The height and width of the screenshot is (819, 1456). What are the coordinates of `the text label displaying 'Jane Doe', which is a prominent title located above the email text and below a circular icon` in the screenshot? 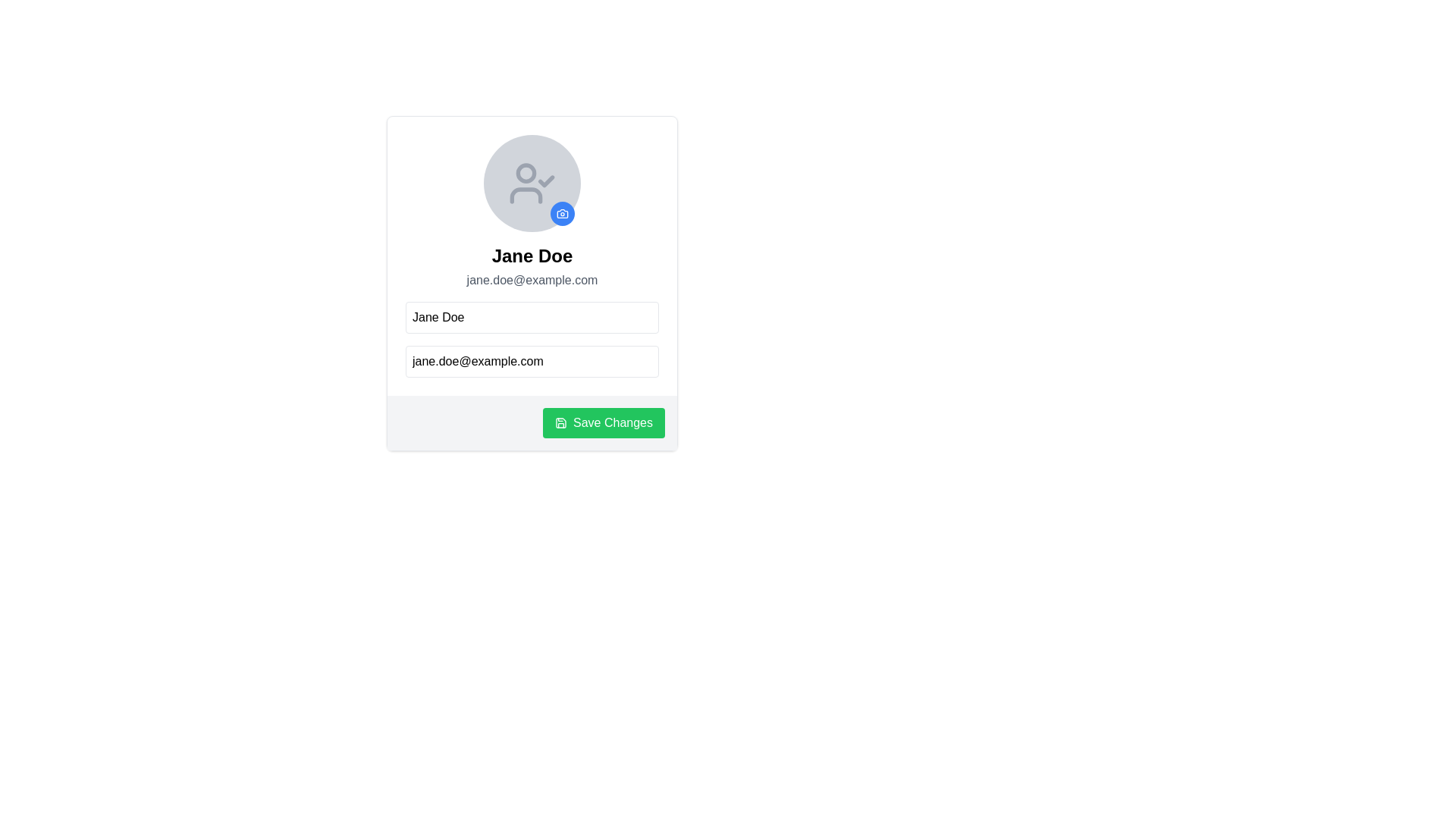 It's located at (532, 256).